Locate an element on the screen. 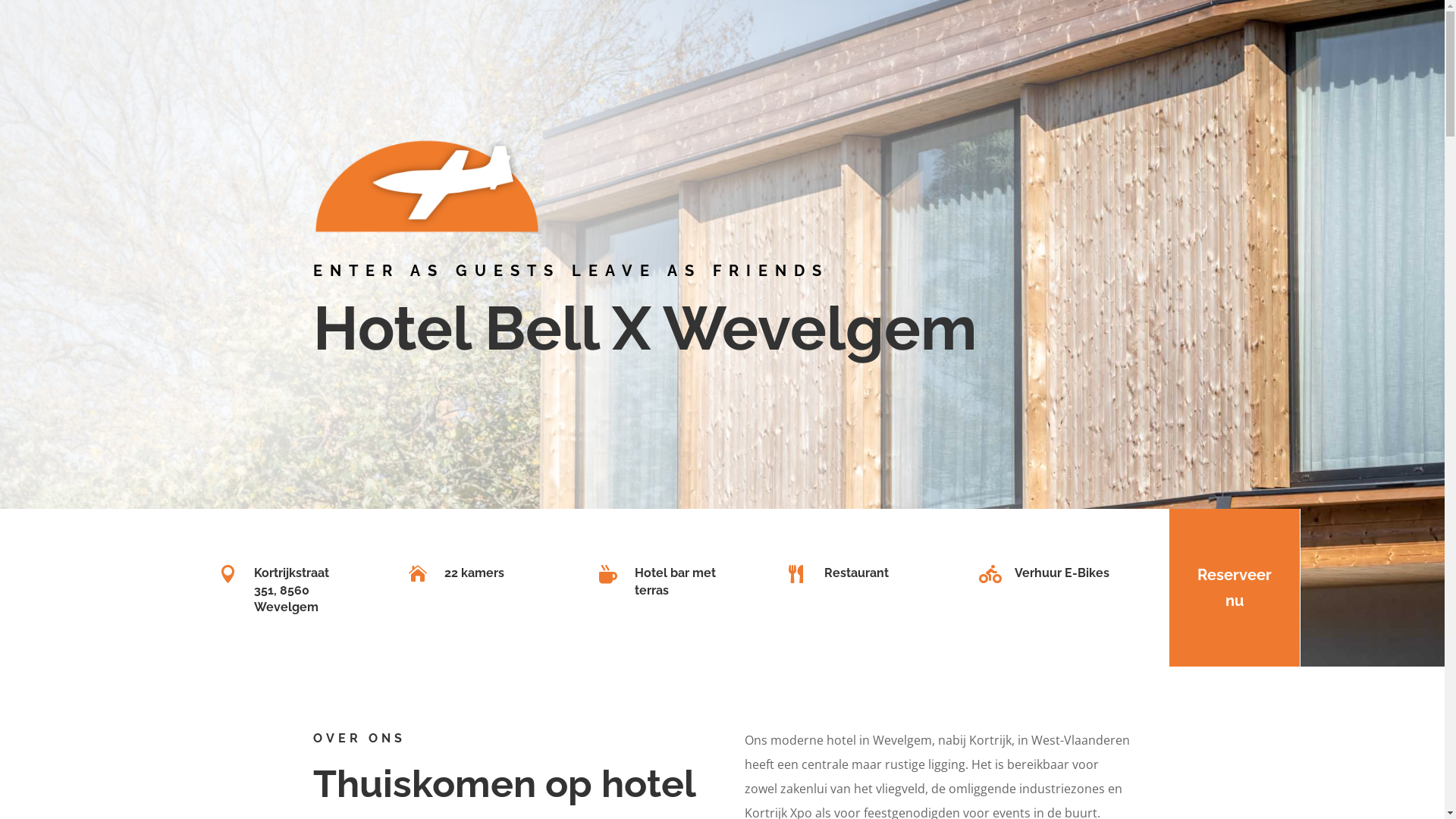 The image size is (1456, 819). 'BellXNoPadding' is located at coordinates (425, 185).